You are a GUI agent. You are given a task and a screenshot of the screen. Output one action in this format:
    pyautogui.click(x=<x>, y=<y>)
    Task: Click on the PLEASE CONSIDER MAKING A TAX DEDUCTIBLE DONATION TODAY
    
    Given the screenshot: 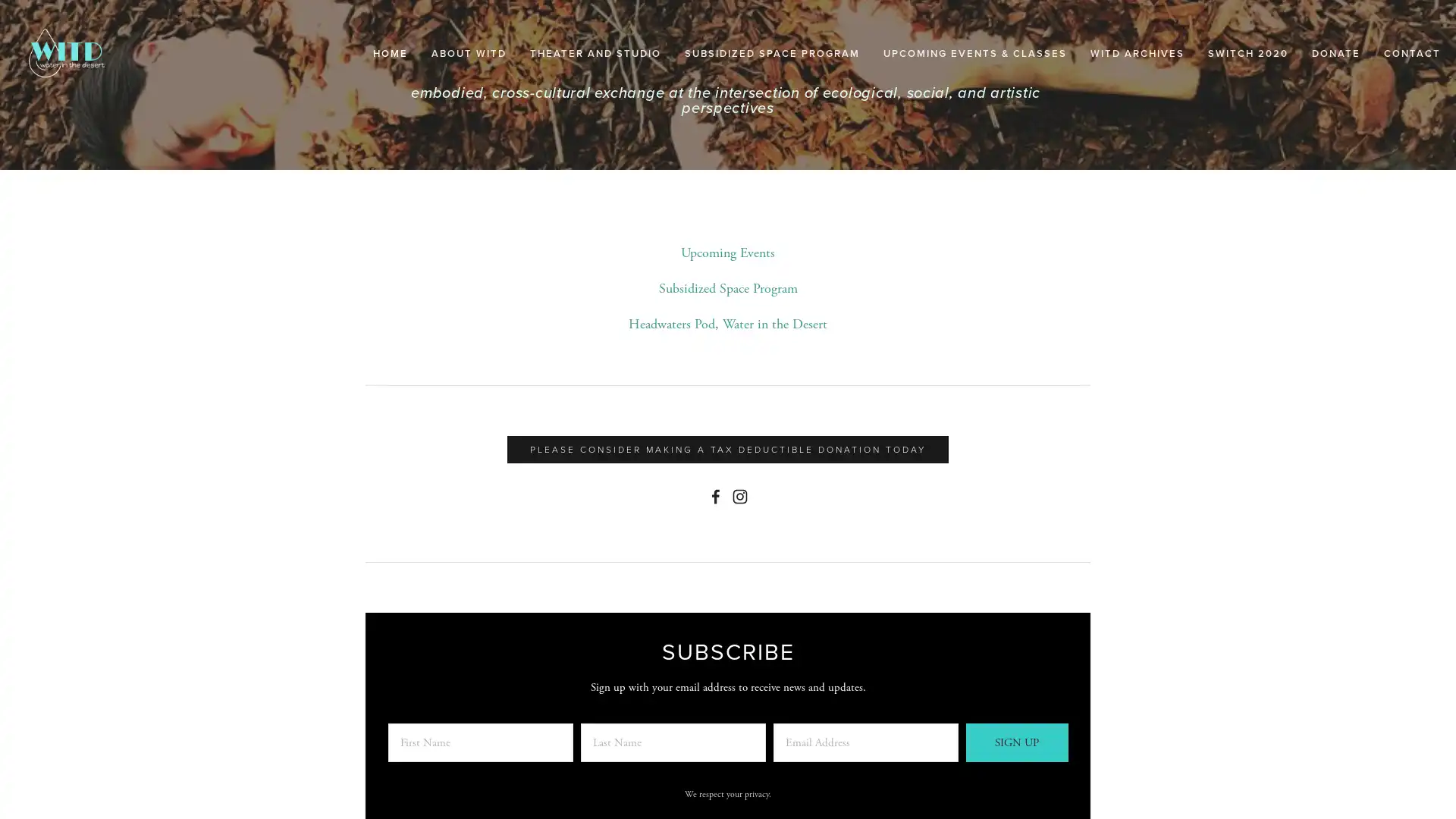 What is the action you would take?
    pyautogui.click(x=728, y=449)
    